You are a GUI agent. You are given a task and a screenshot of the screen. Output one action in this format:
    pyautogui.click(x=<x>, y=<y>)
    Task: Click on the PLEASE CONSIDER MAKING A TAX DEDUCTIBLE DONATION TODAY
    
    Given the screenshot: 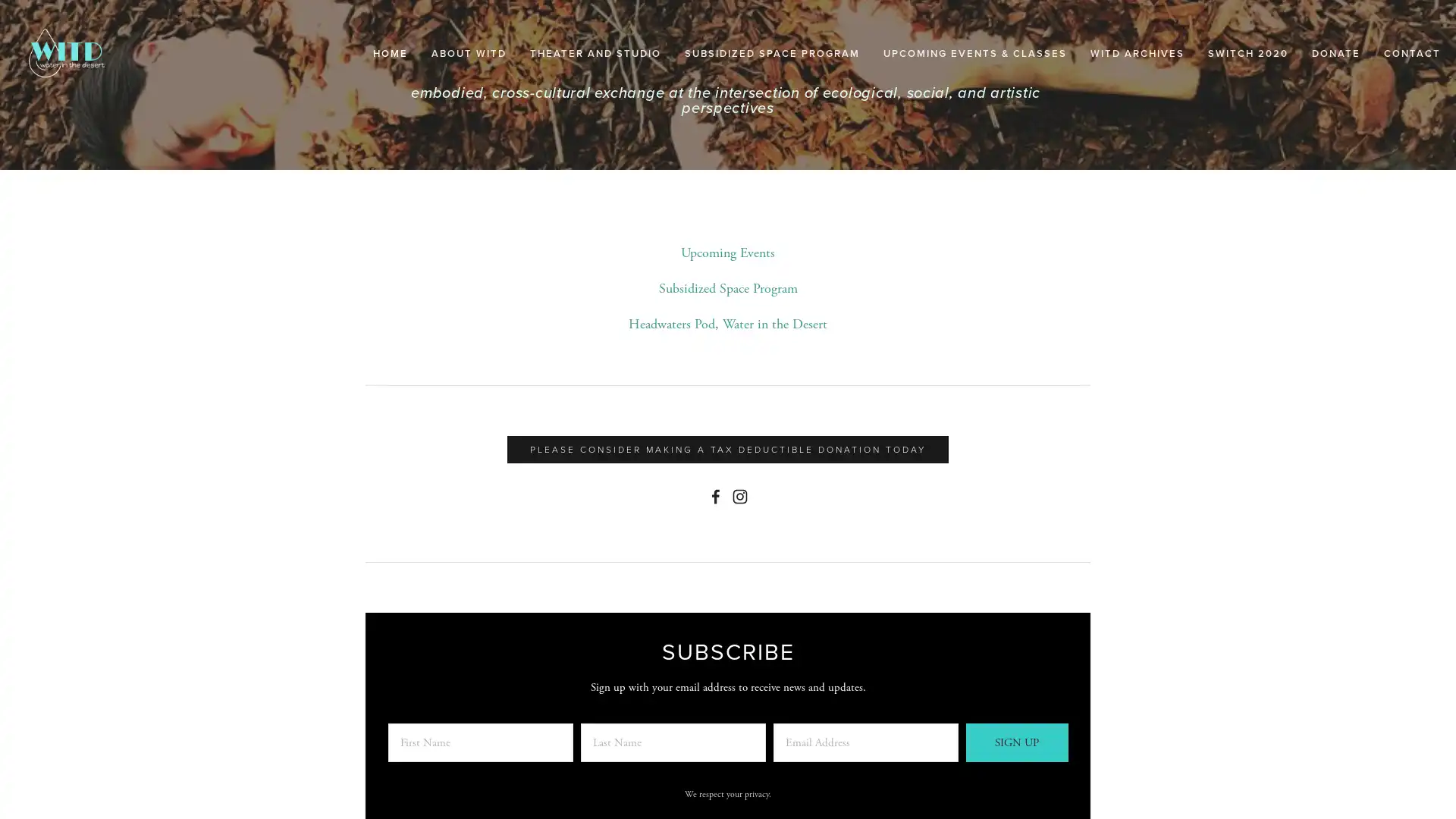 What is the action you would take?
    pyautogui.click(x=728, y=449)
    